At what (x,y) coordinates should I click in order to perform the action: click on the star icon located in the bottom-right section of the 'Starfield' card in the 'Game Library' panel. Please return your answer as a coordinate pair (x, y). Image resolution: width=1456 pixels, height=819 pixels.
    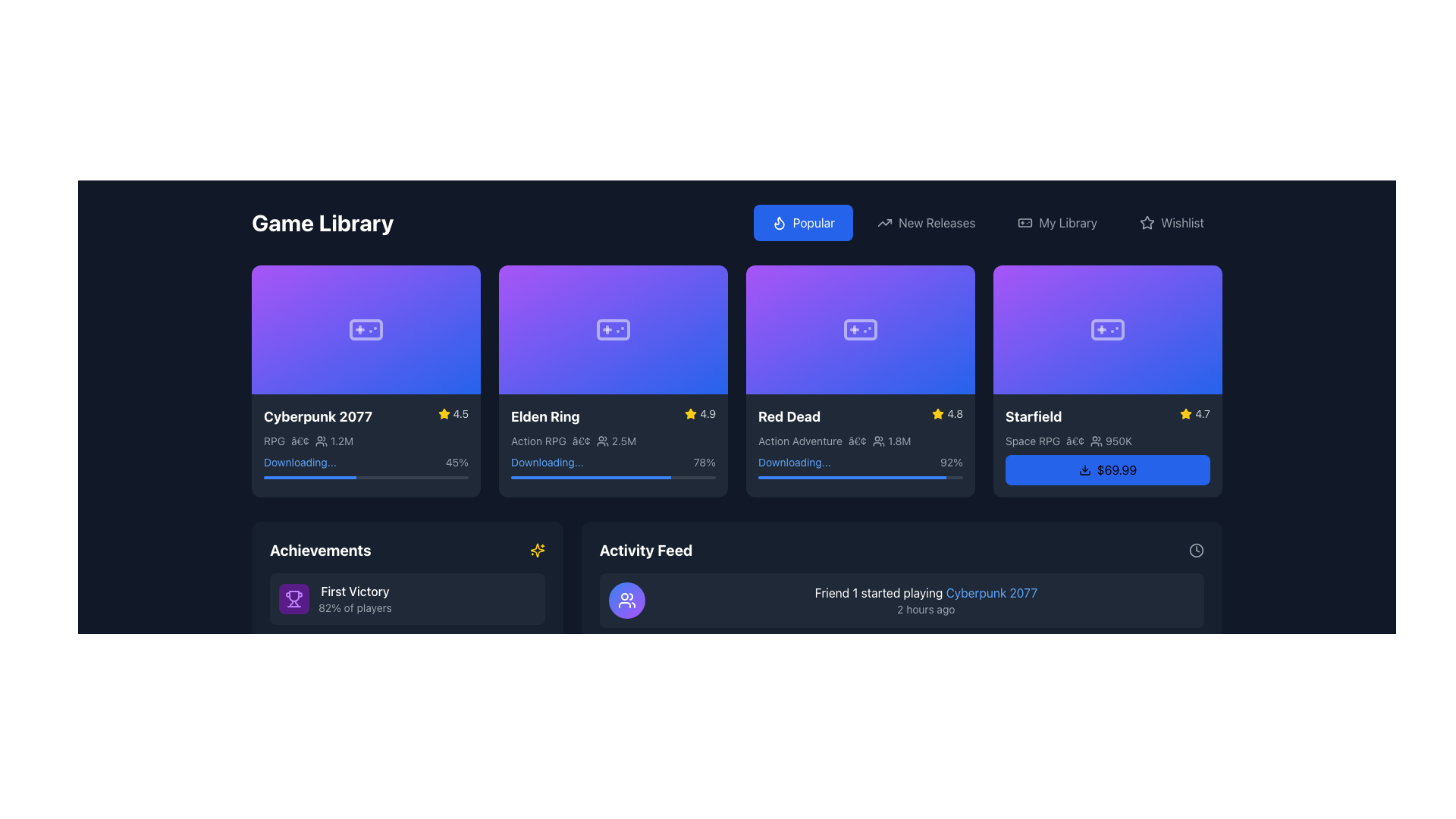
    Looking at the image, I should click on (1185, 413).